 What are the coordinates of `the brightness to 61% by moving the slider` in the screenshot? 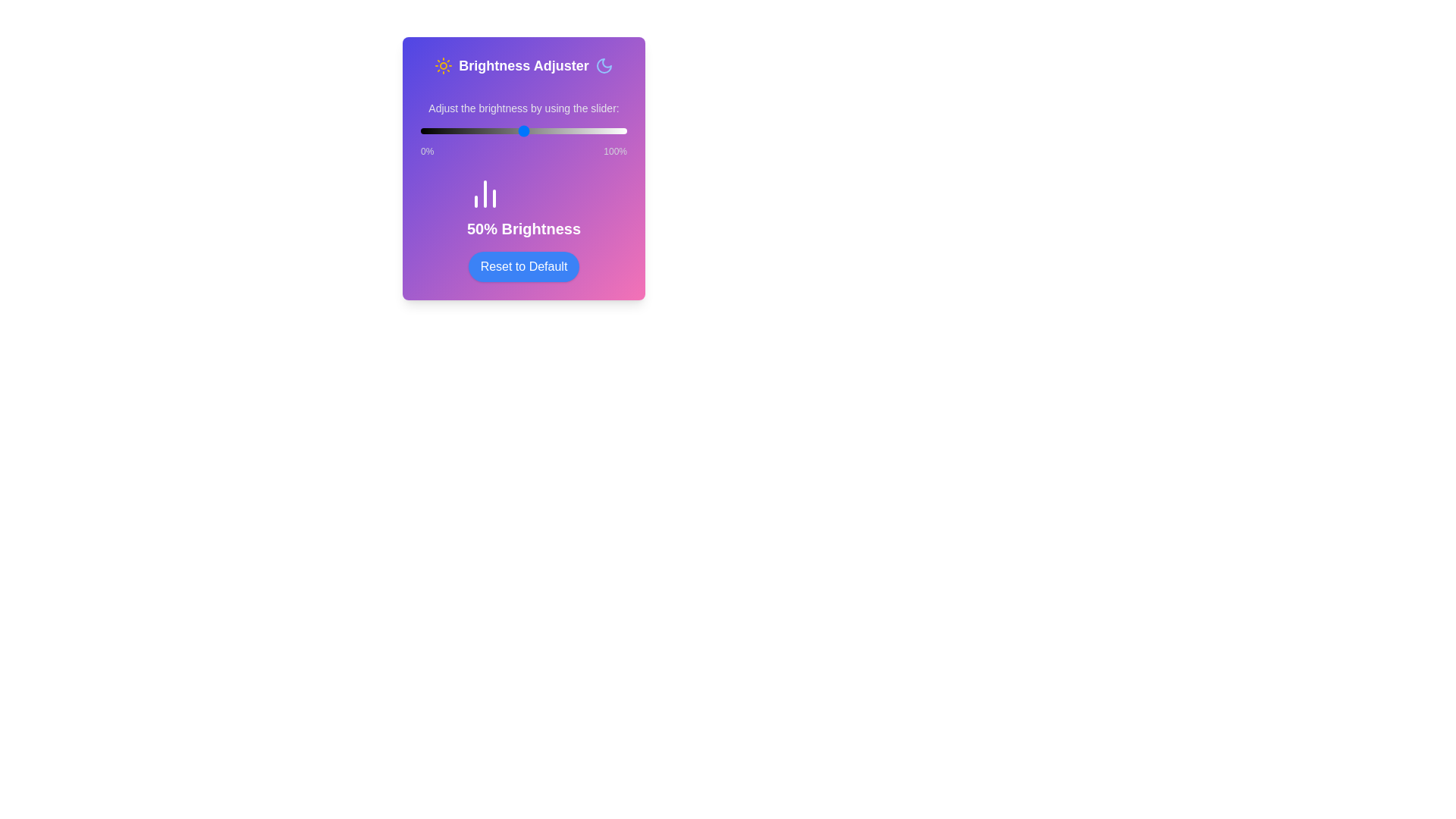 It's located at (546, 130).